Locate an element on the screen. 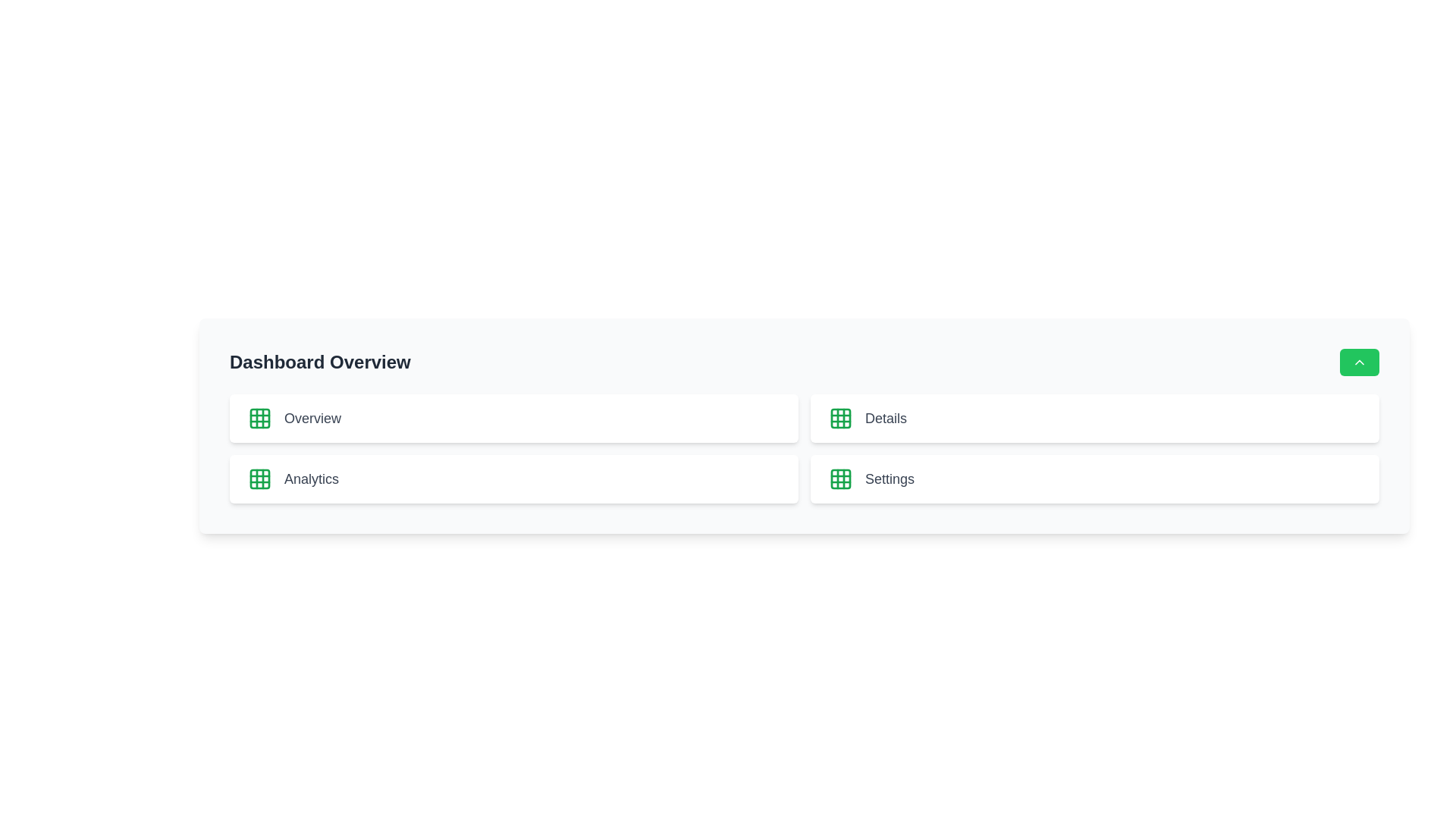 This screenshot has width=1456, height=819. the green 3x3 grid icon with rounded corners located in the settings card is located at coordinates (839, 479).